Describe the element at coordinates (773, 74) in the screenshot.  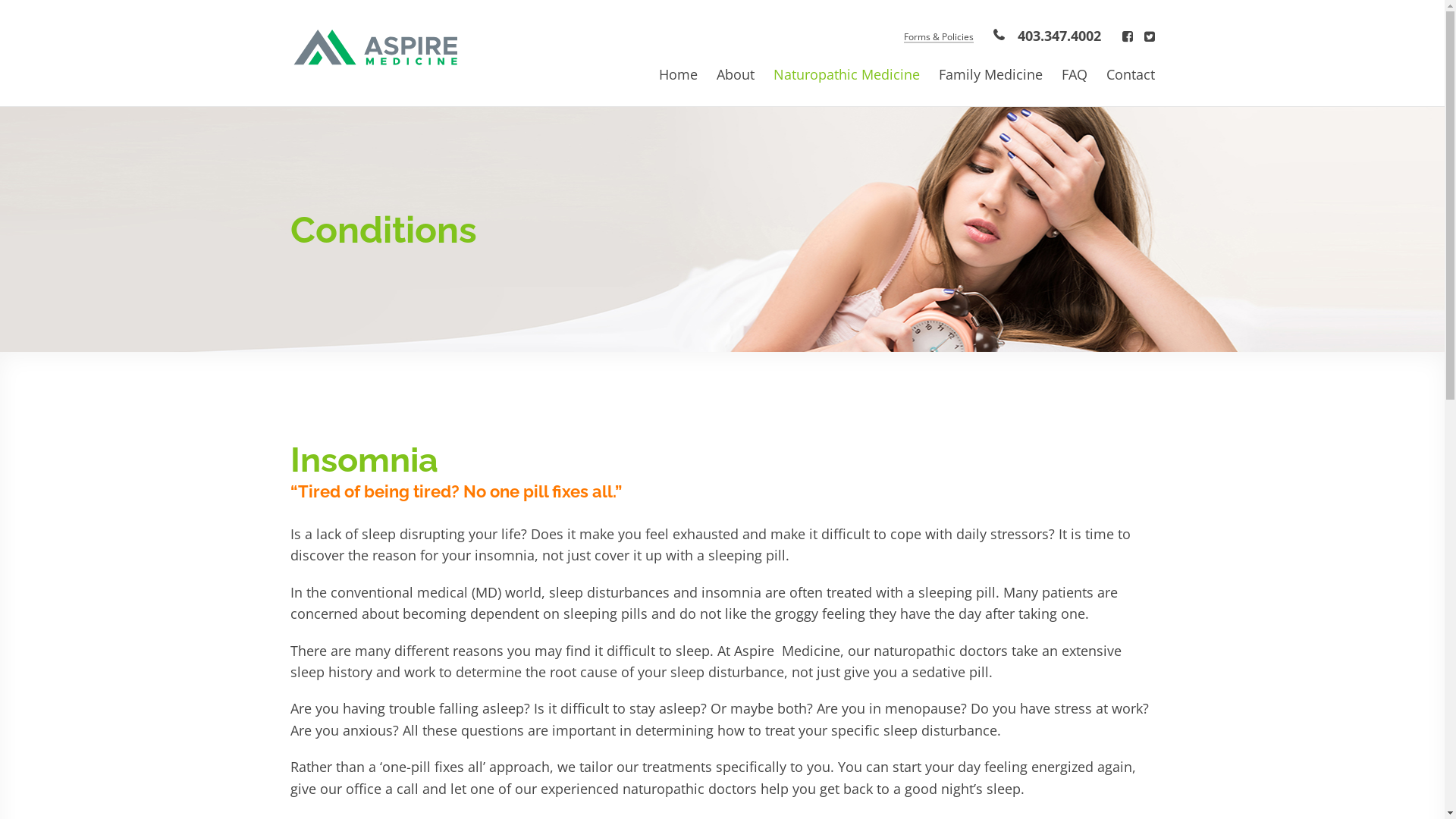
I see `'Naturopathic Medicine'` at that location.